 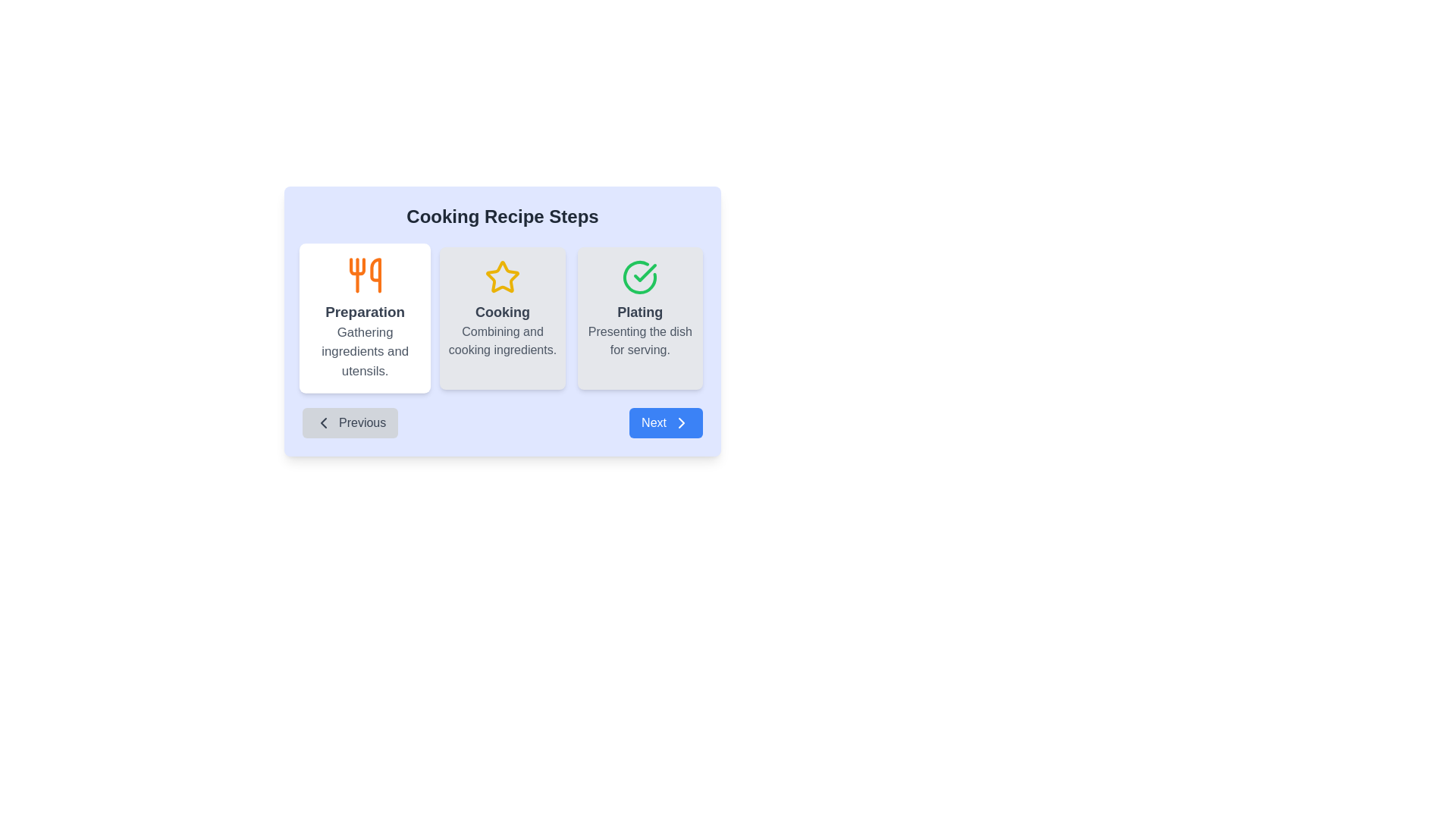 I want to click on the 'Next' button which contains a right-oriented chevron icon, located at the bottom-right corner of the interface, so click(x=680, y=423).